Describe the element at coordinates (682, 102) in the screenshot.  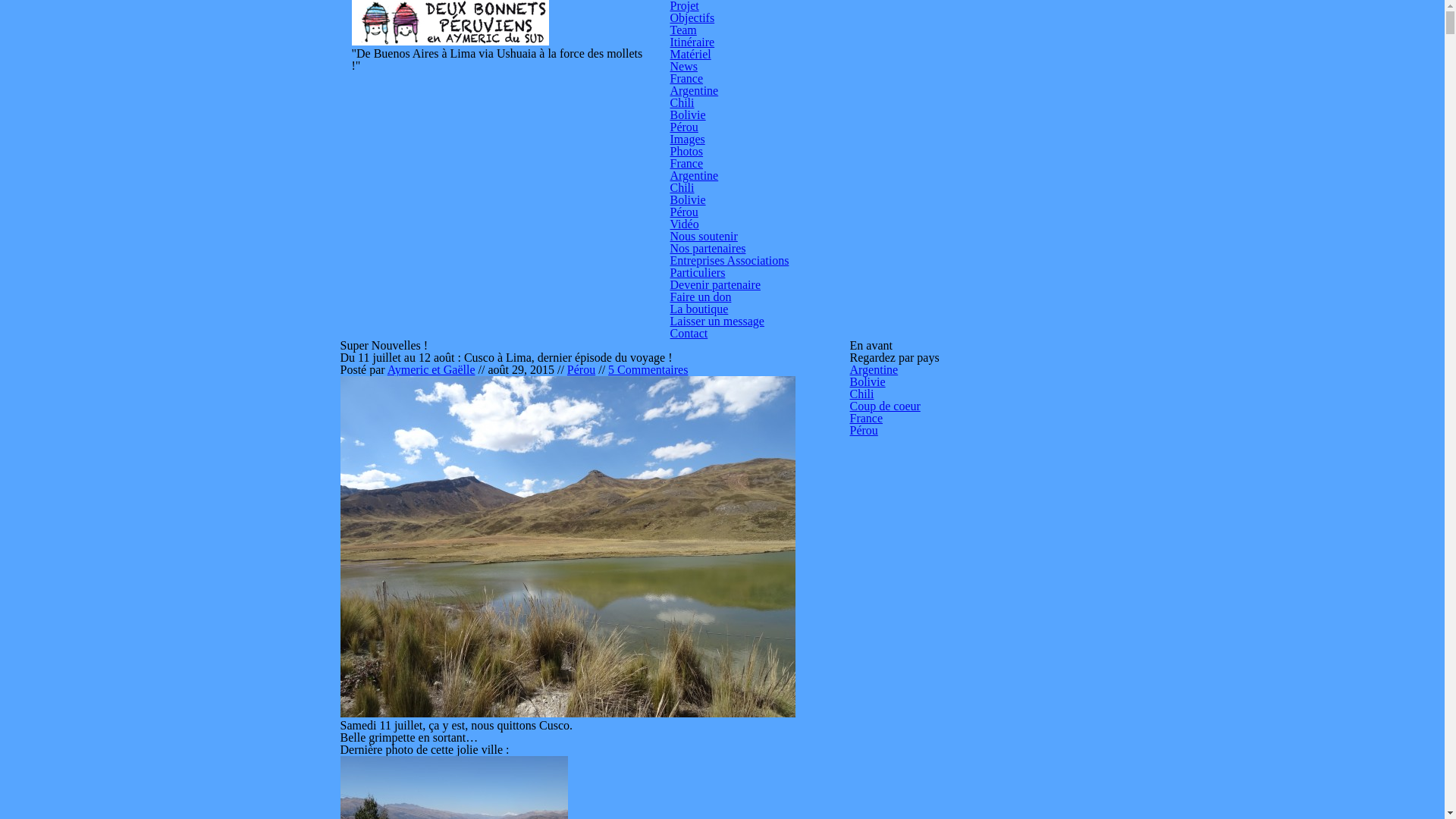
I see `'Chili'` at that location.